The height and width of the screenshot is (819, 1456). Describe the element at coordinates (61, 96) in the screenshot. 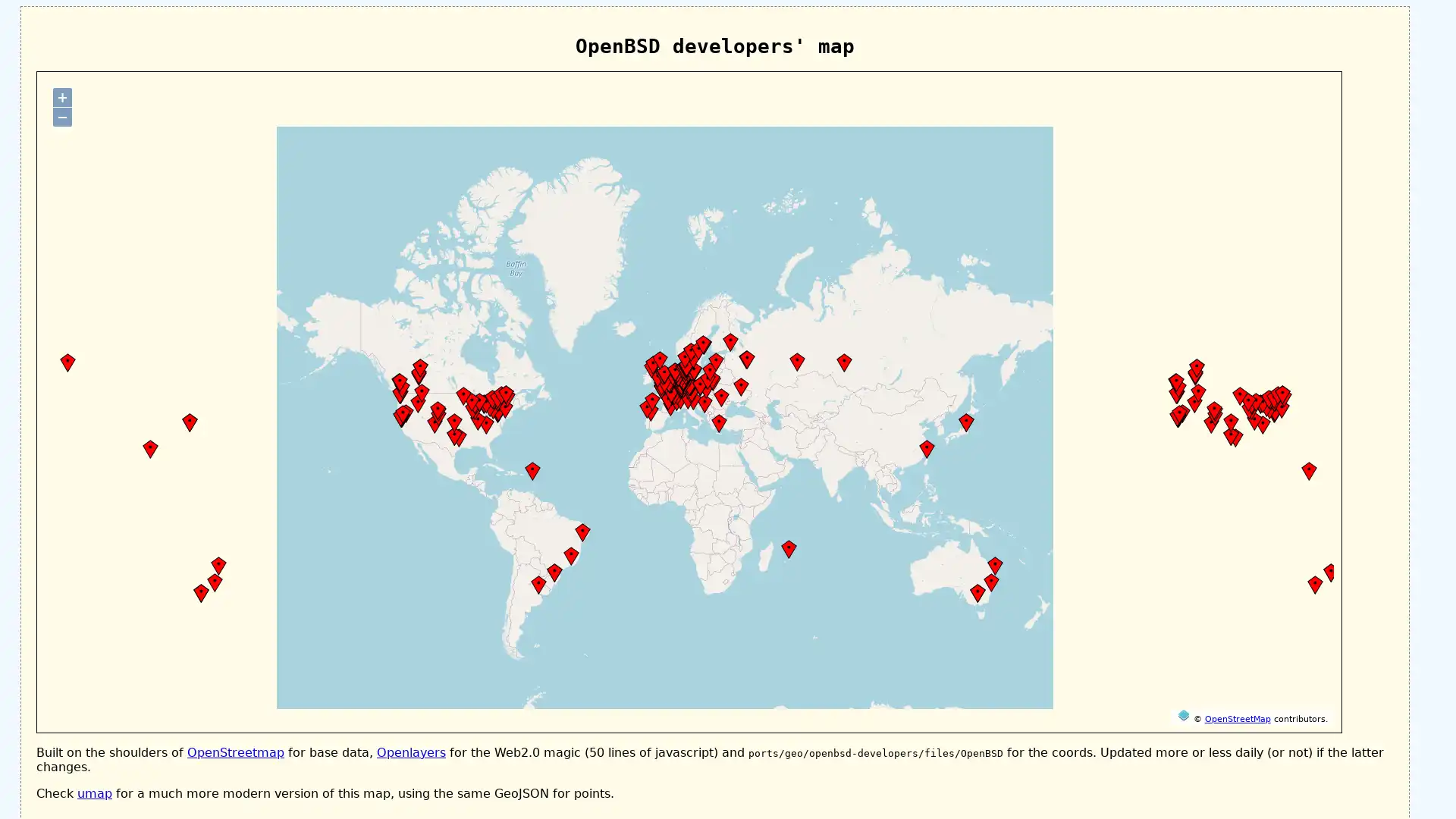

I see `+` at that location.